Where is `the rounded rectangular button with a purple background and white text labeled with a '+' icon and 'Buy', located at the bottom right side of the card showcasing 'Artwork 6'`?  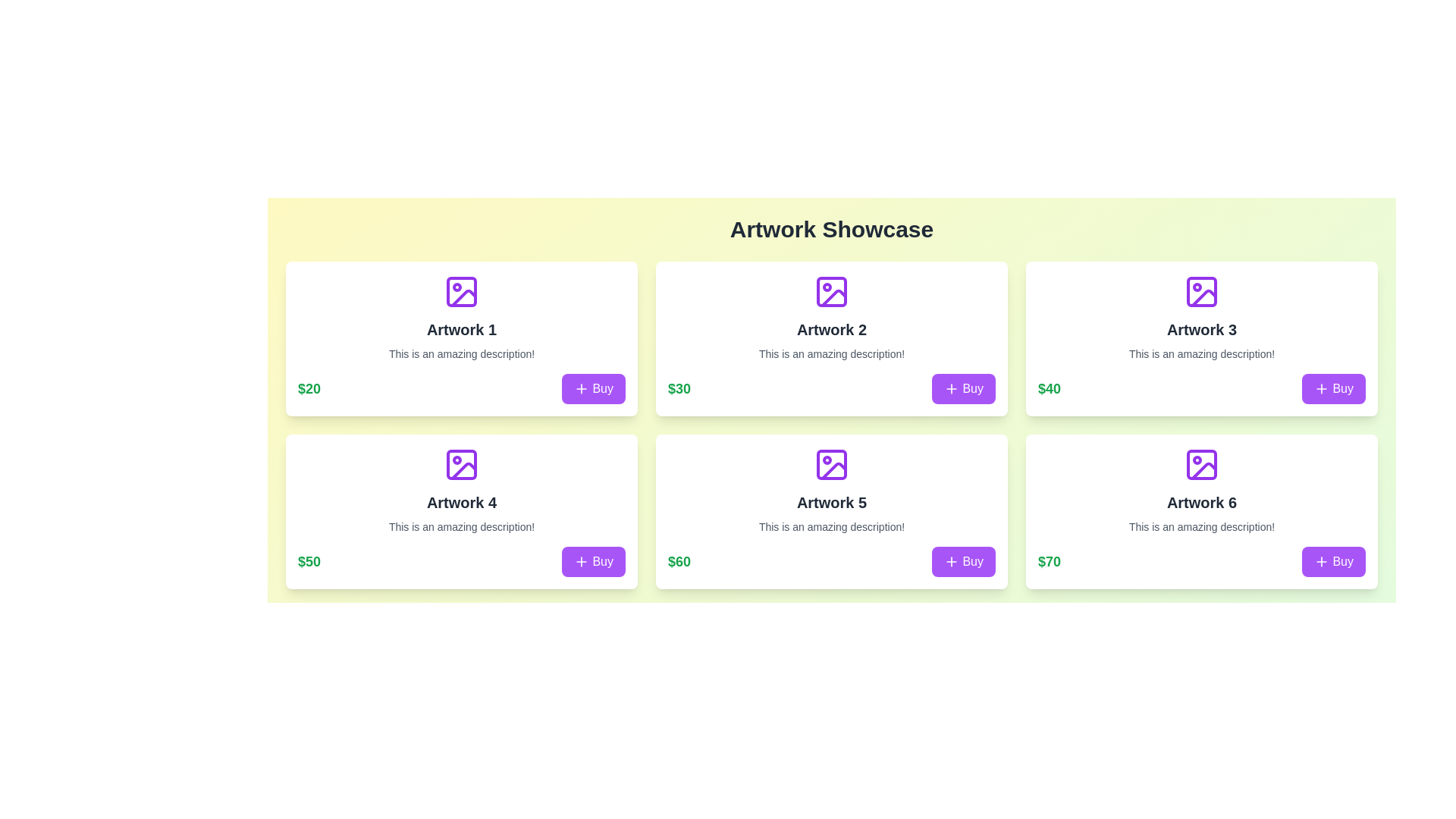
the rounded rectangular button with a purple background and white text labeled with a '+' icon and 'Buy', located at the bottom right side of the card showcasing 'Artwork 6' is located at coordinates (1333, 561).